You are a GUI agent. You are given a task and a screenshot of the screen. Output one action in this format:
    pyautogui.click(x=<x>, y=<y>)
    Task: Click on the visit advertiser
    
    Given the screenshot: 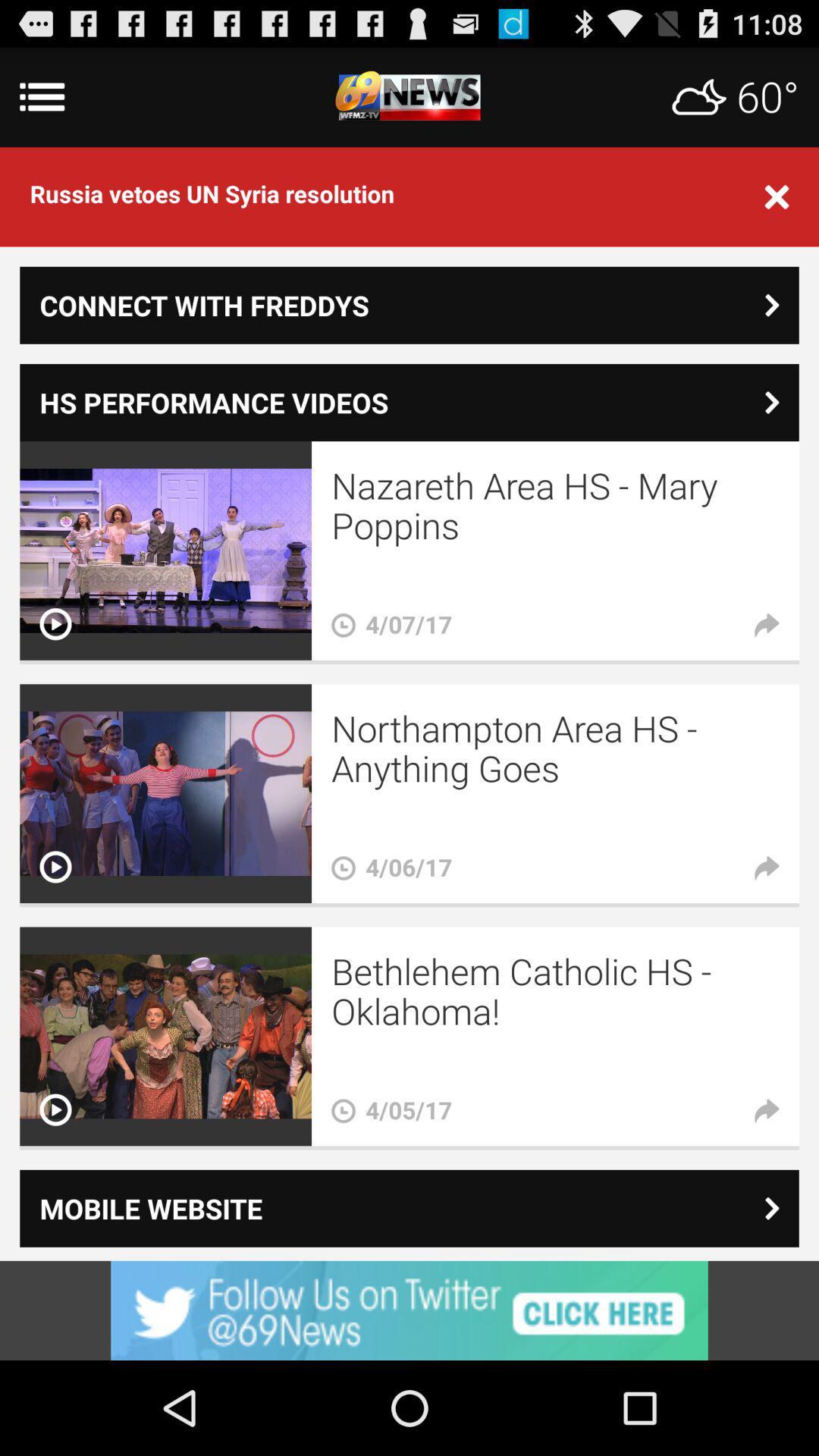 What is the action you would take?
    pyautogui.click(x=409, y=1310)
    